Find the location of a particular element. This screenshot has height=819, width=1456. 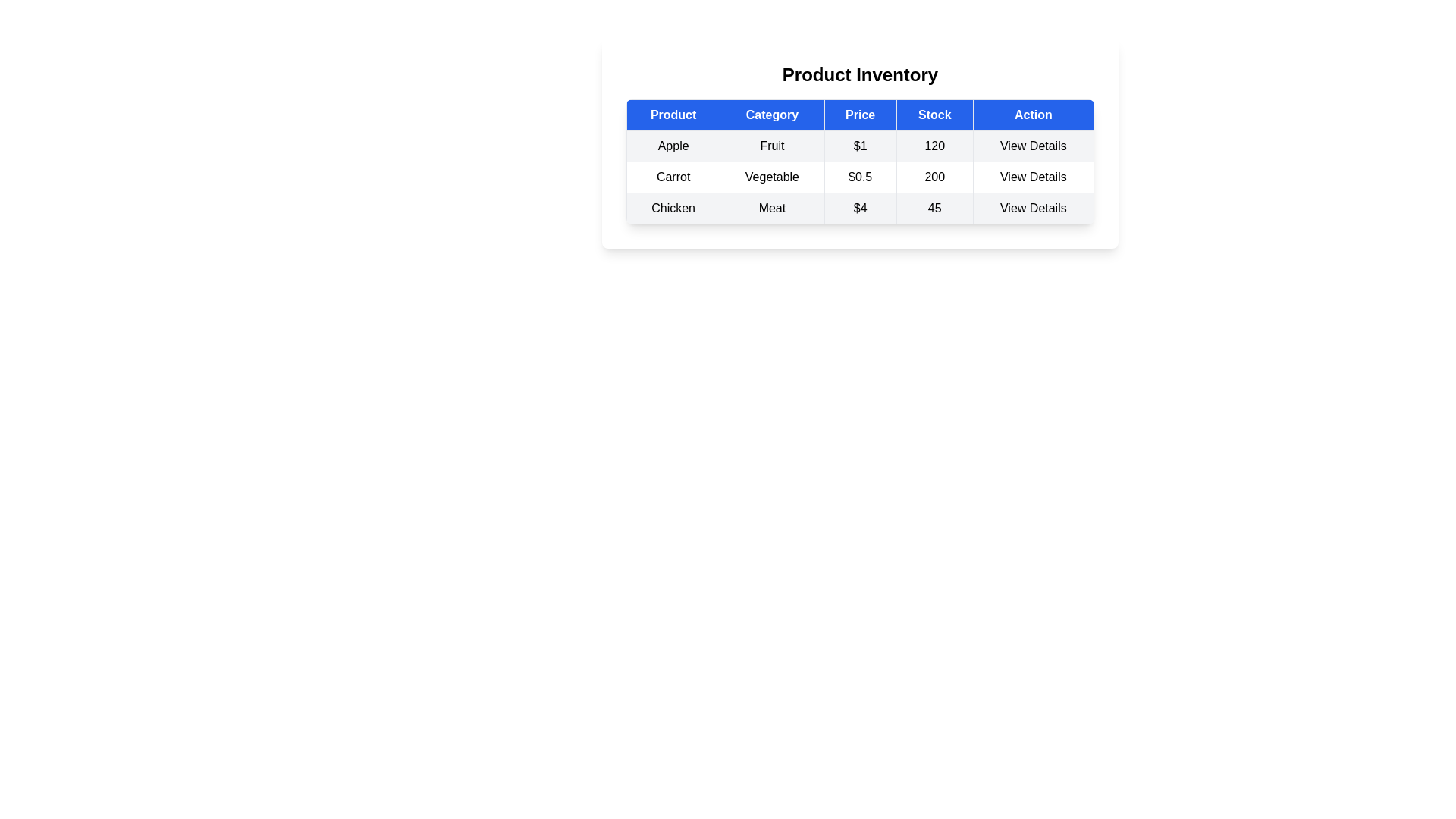

the column header Product to inspect it is located at coordinates (673, 114).